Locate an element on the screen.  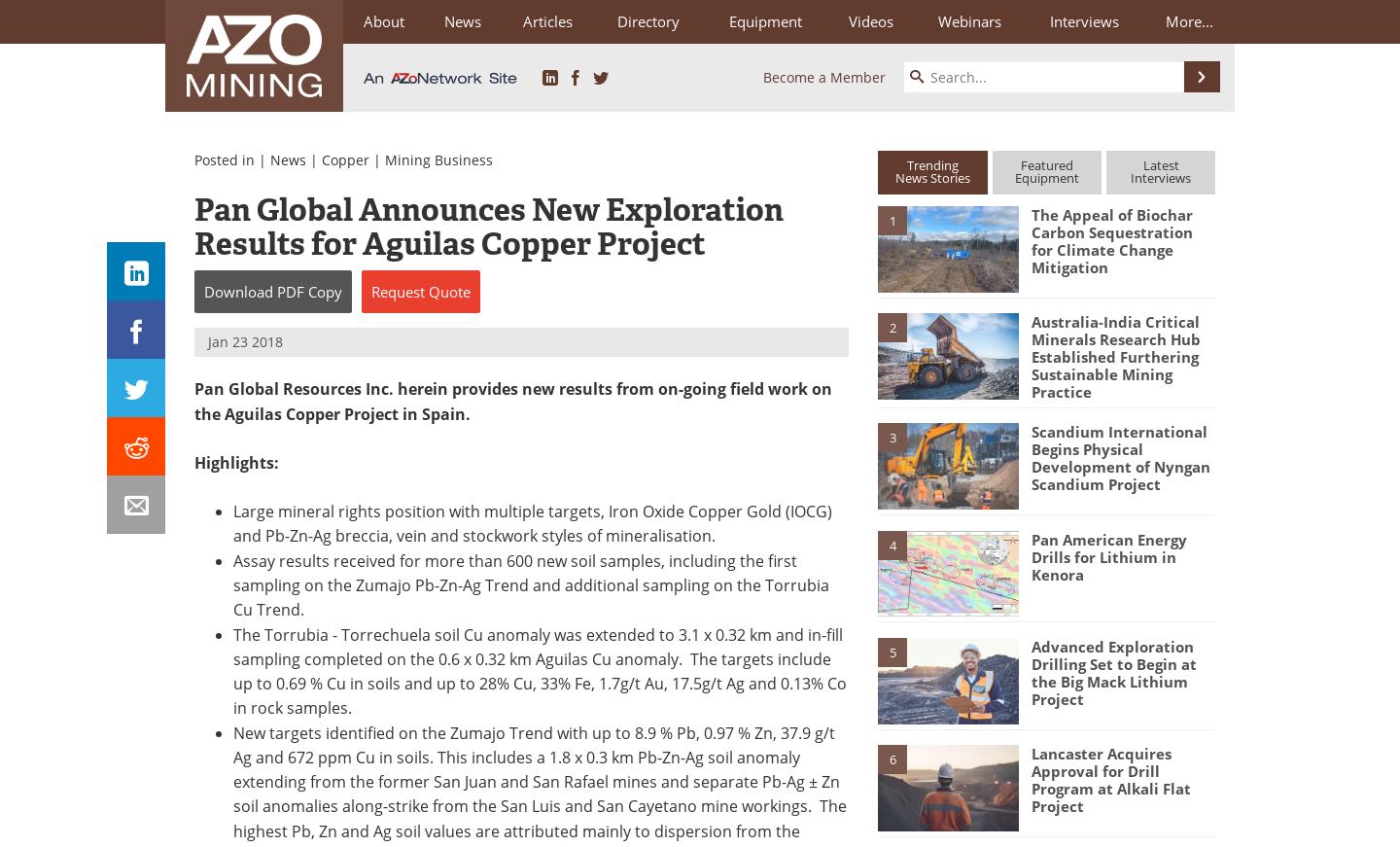
'Mining Business' is located at coordinates (438, 159).